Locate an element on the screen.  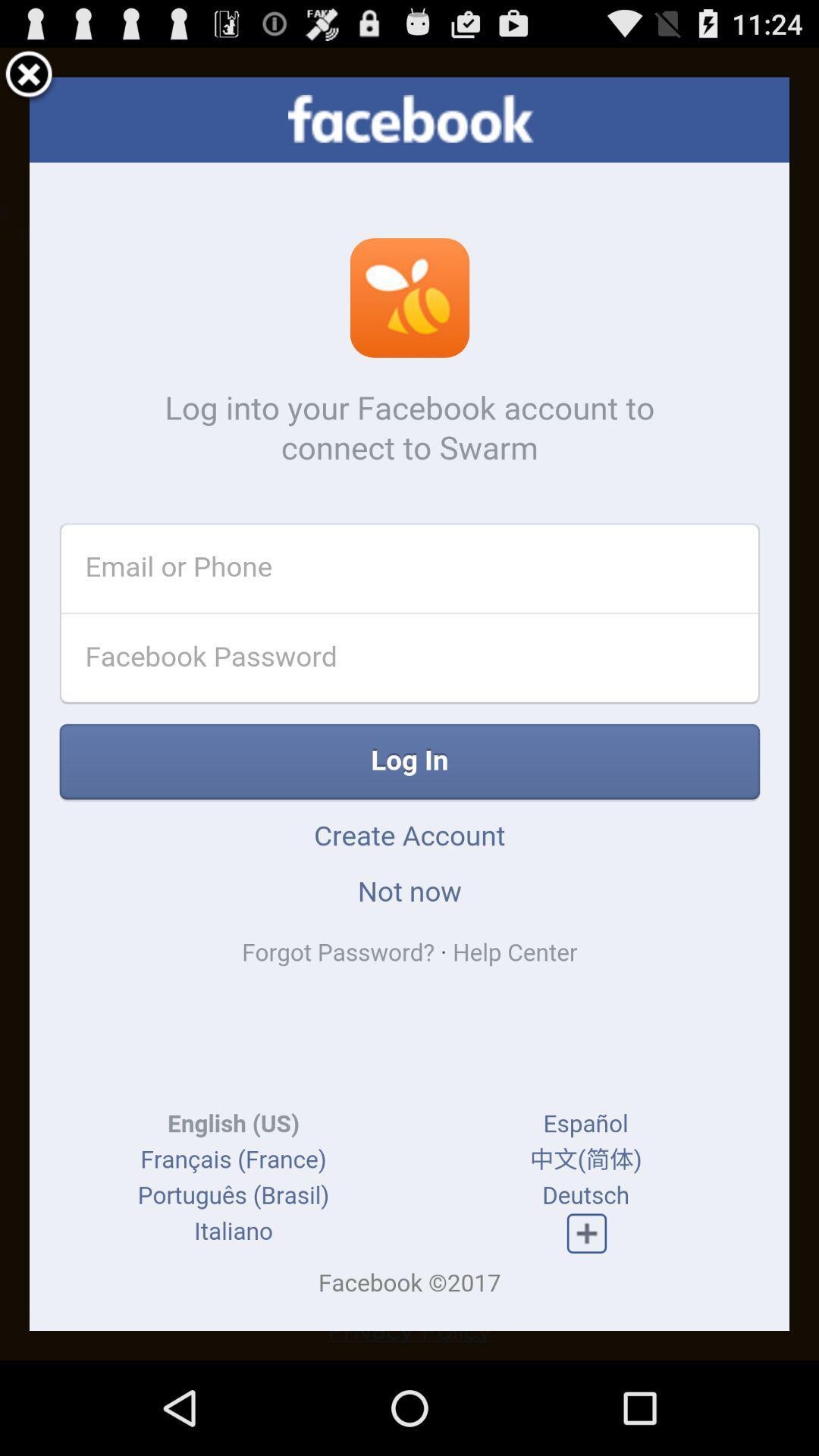
the close icon is located at coordinates (29, 81).